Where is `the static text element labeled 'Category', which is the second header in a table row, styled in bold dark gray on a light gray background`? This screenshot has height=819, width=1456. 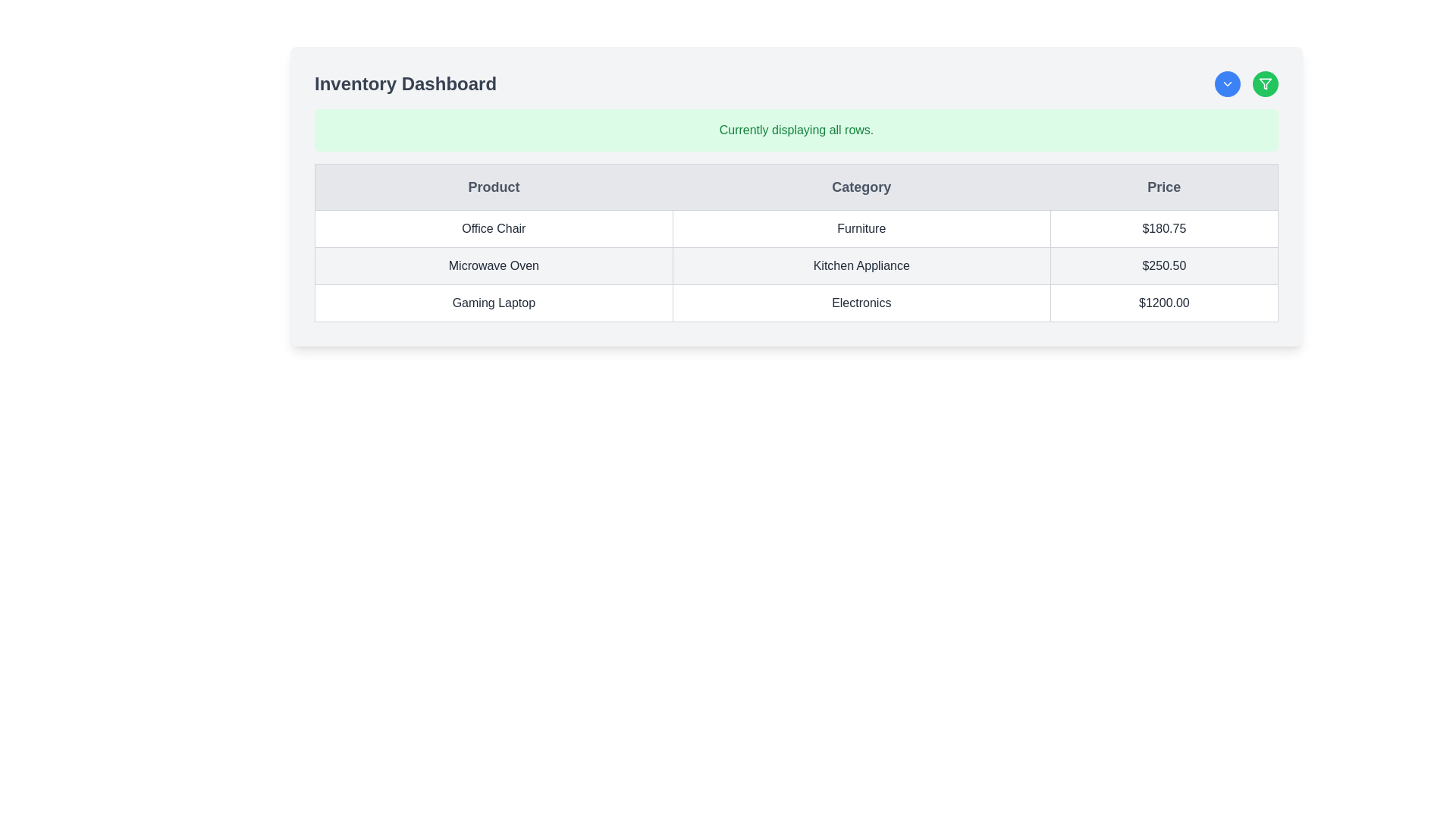
the static text element labeled 'Category', which is the second header in a table row, styled in bold dark gray on a light gray background is located at coordinates (861, 186).